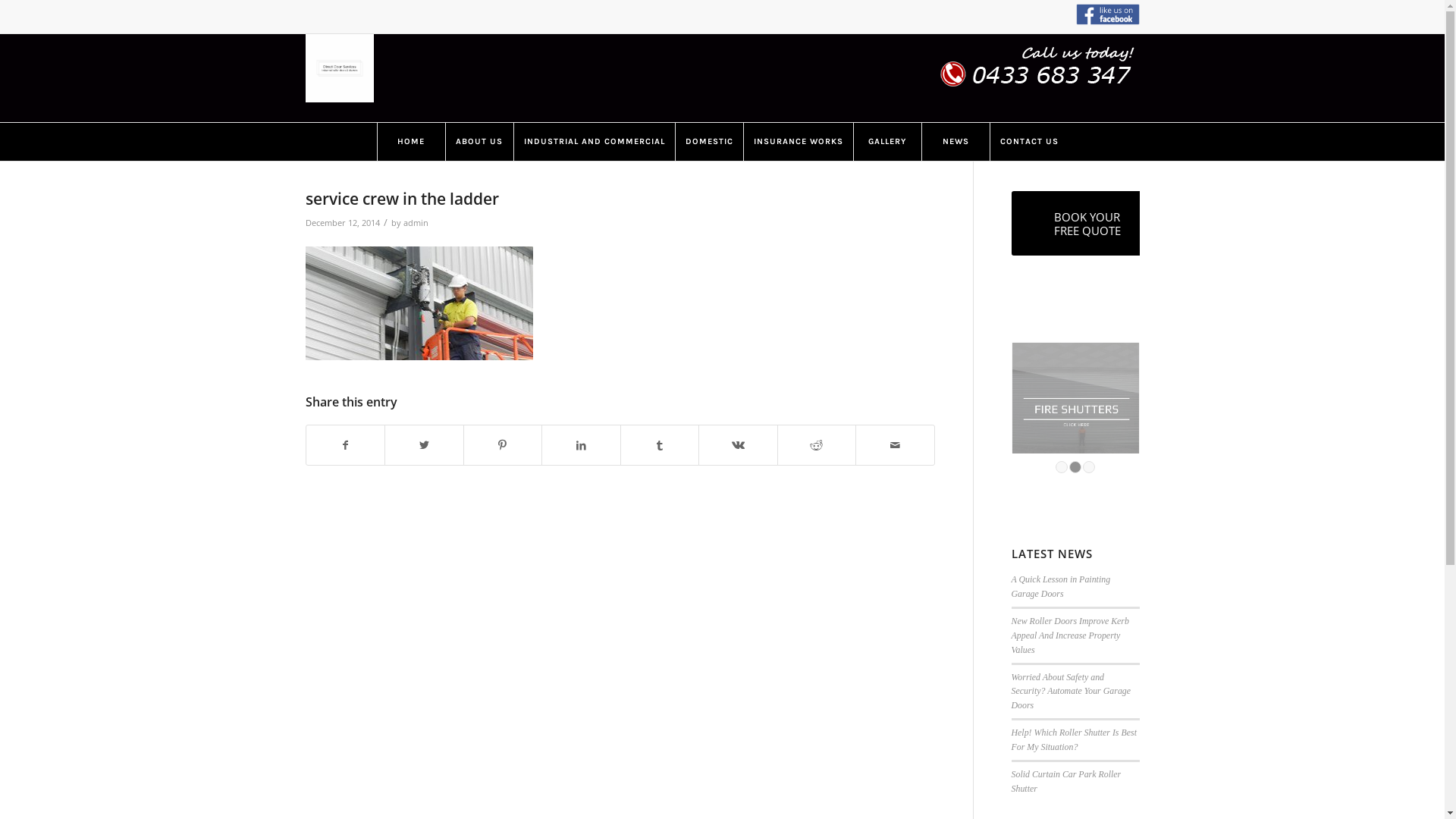 Image resolution: width=1456 pixels, height=819 pixels. I want to click on 'admin', so click(403, 222).